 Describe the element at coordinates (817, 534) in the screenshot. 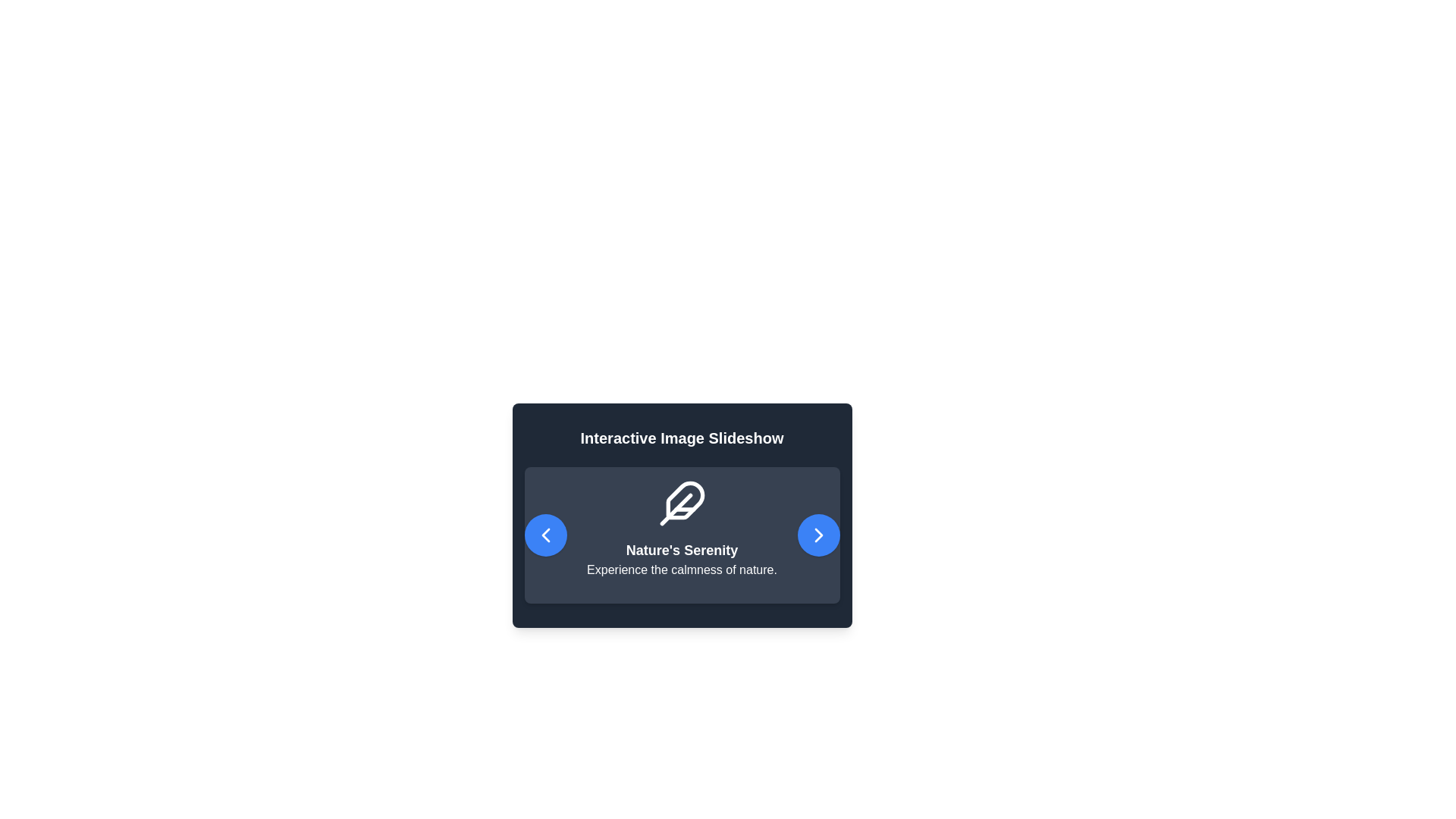

I see `the navigation icon located in the bottom-right corner of the dark-themed card titled 'Interactive Image Slideshow'` at that location.